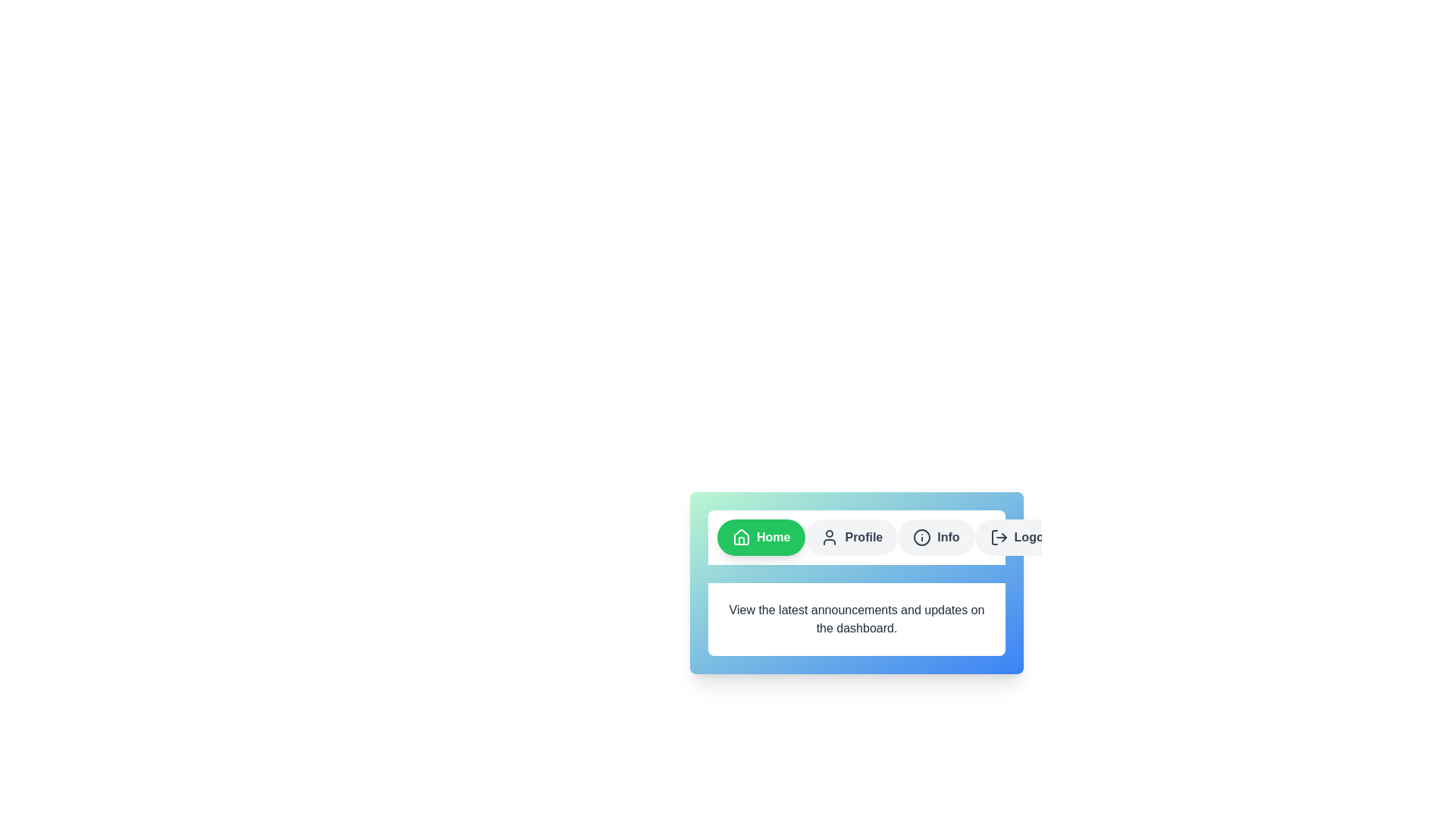 The image size is (1456, 819). Describe the element at coordinates (852, 537) in the screenshot. I see `the 'Profile' button in the navigation bar, which is the second option with a user silhouette icon` at that location.